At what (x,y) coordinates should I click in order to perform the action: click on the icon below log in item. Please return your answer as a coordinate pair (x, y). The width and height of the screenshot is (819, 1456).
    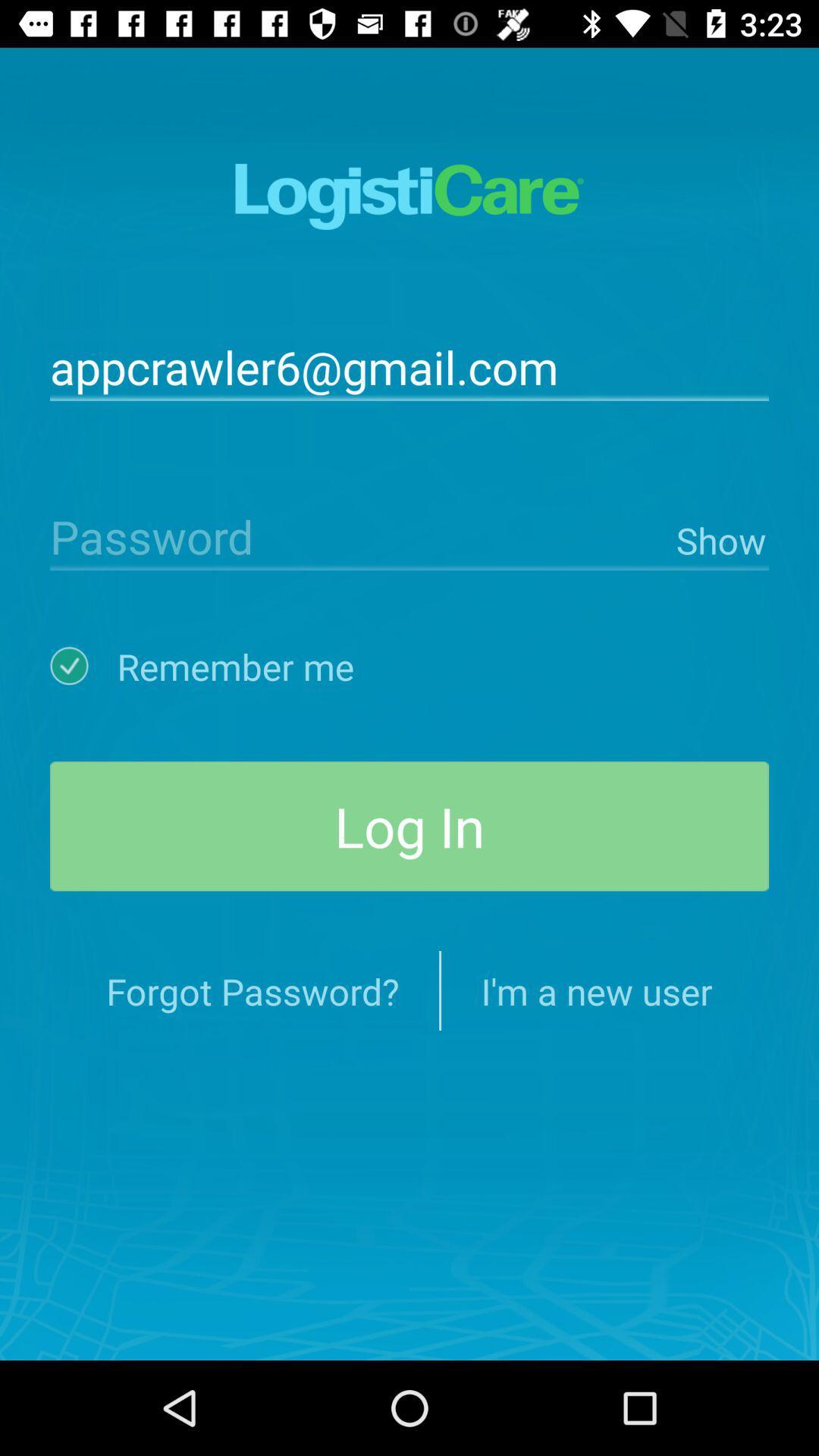
    Looking at the image, I should click on (596, 990).